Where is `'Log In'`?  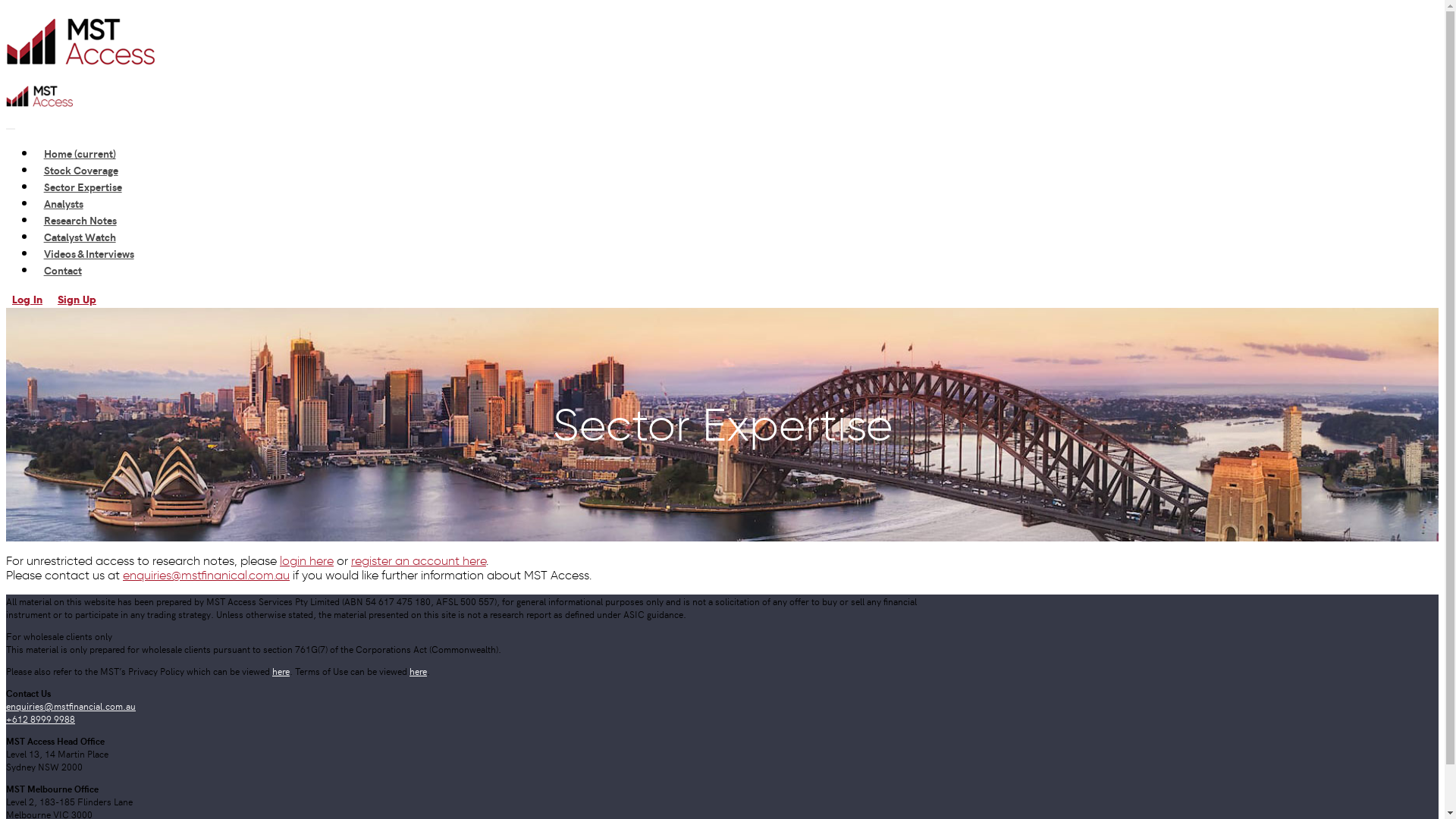
'Log In' is located at coordinates (6, 299).